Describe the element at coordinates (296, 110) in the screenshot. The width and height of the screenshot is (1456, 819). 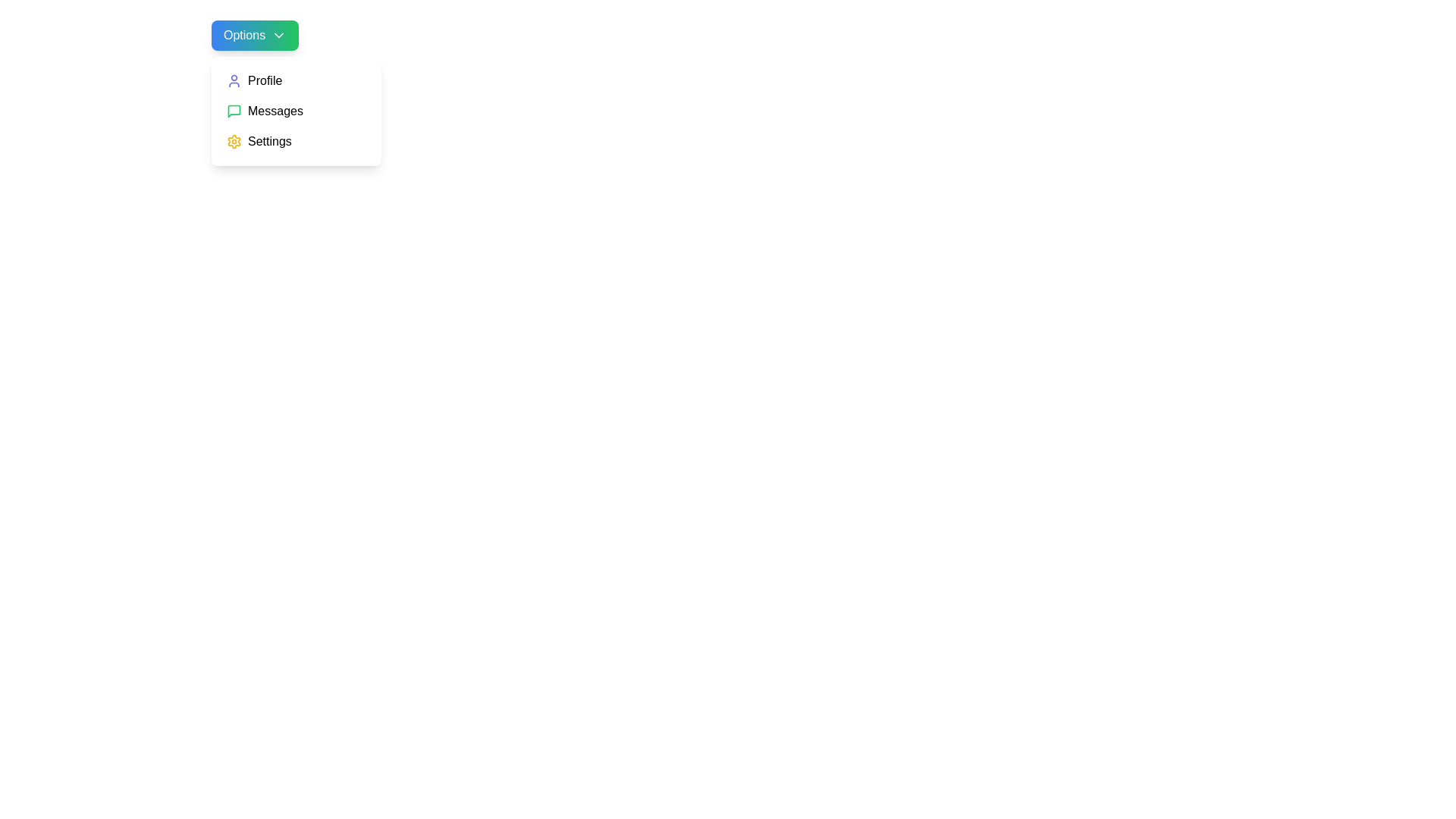
I see `the Messages option in the dropdown menu` at that location.